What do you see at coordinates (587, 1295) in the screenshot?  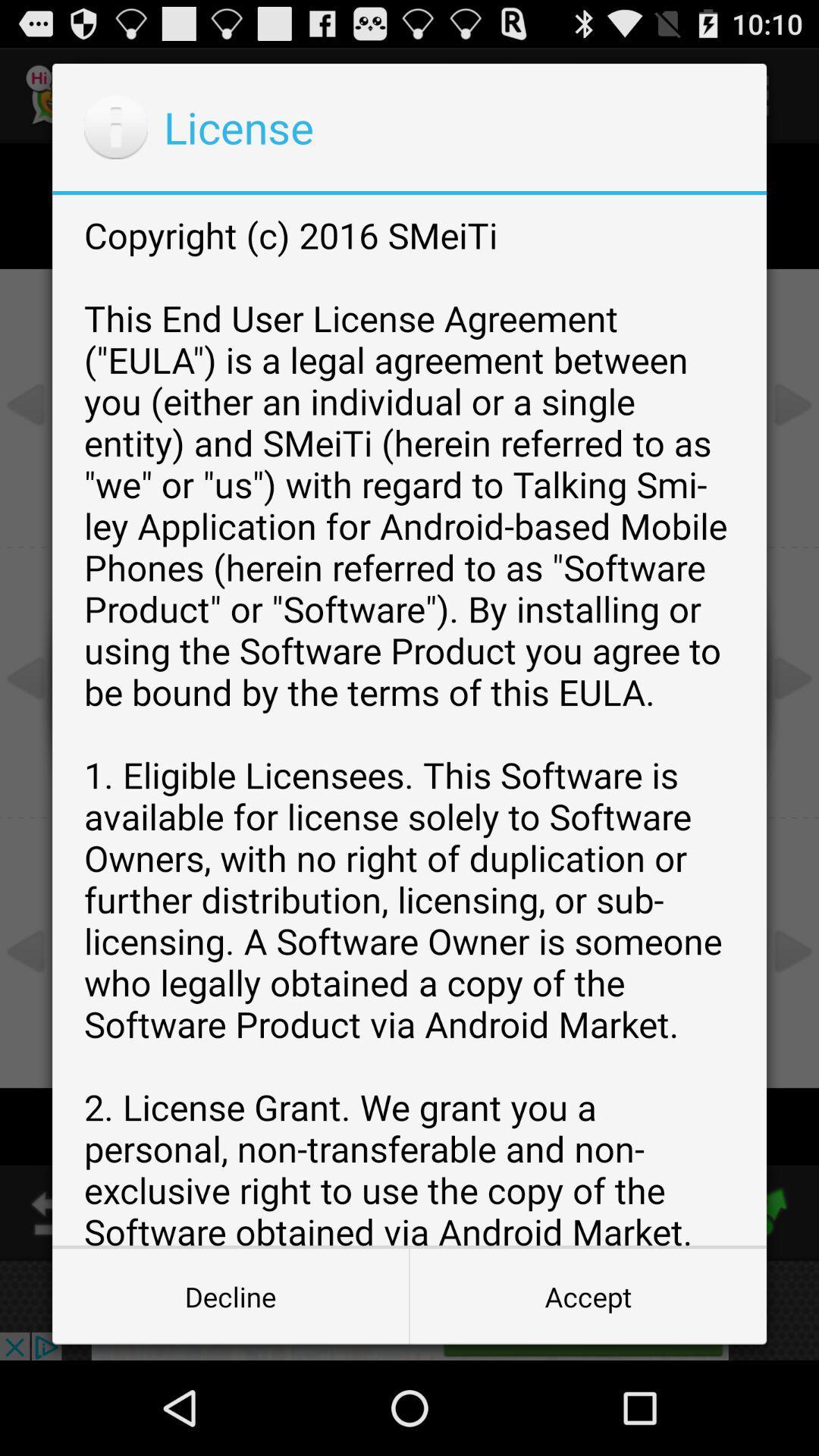 I see `item below the copyright c 2016 icon` at bounding box center [587, 1295].